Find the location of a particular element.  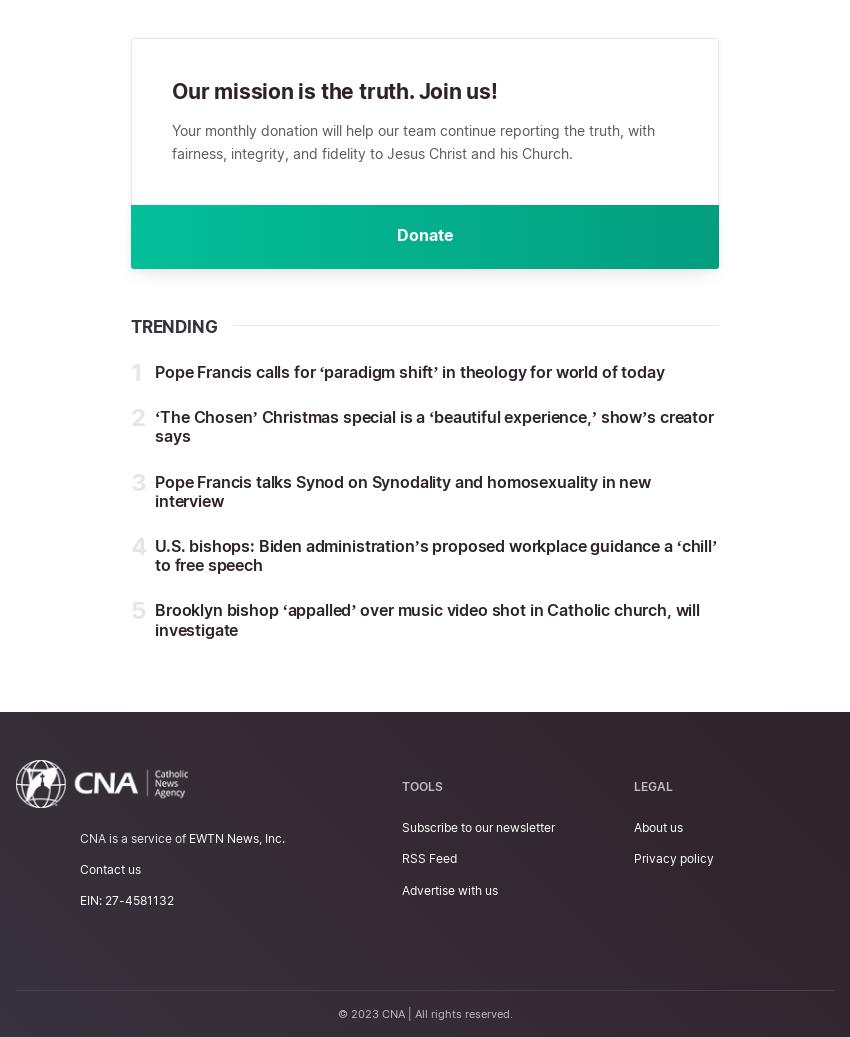

'Contact us' is located at coordinates (79, 869).